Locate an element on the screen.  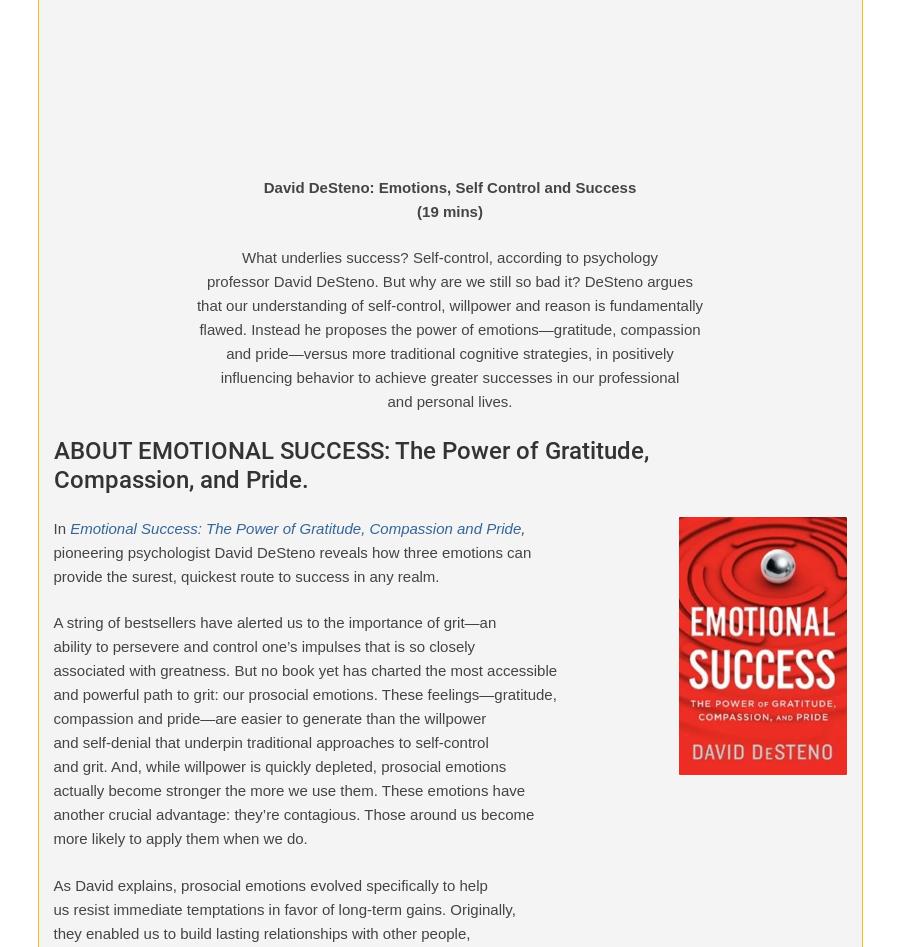
'MentorCoach and ICF Certification' is located at coordinates (53, 506).